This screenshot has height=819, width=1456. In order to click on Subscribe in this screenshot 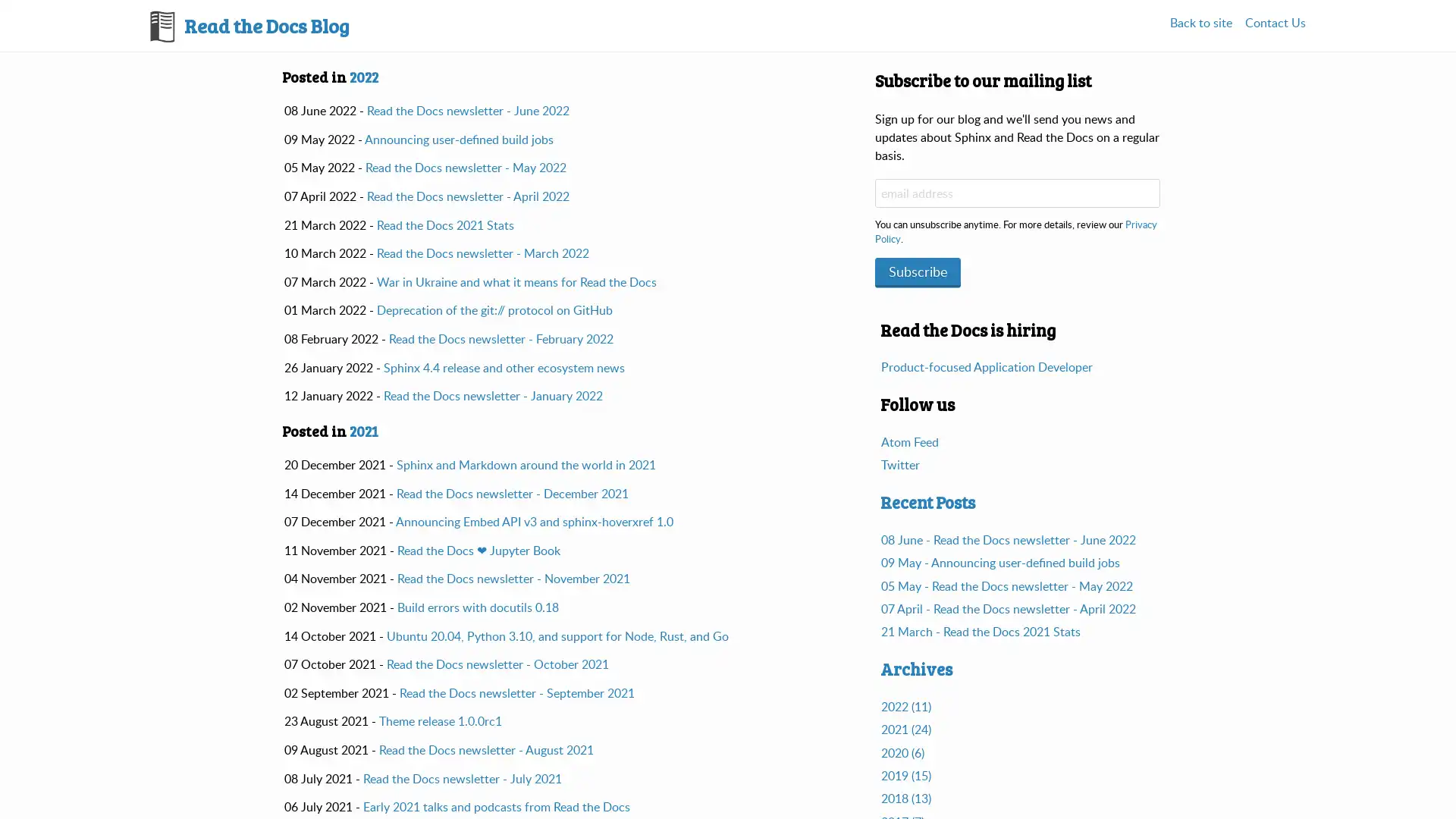, I will do `click(917, 270)`.